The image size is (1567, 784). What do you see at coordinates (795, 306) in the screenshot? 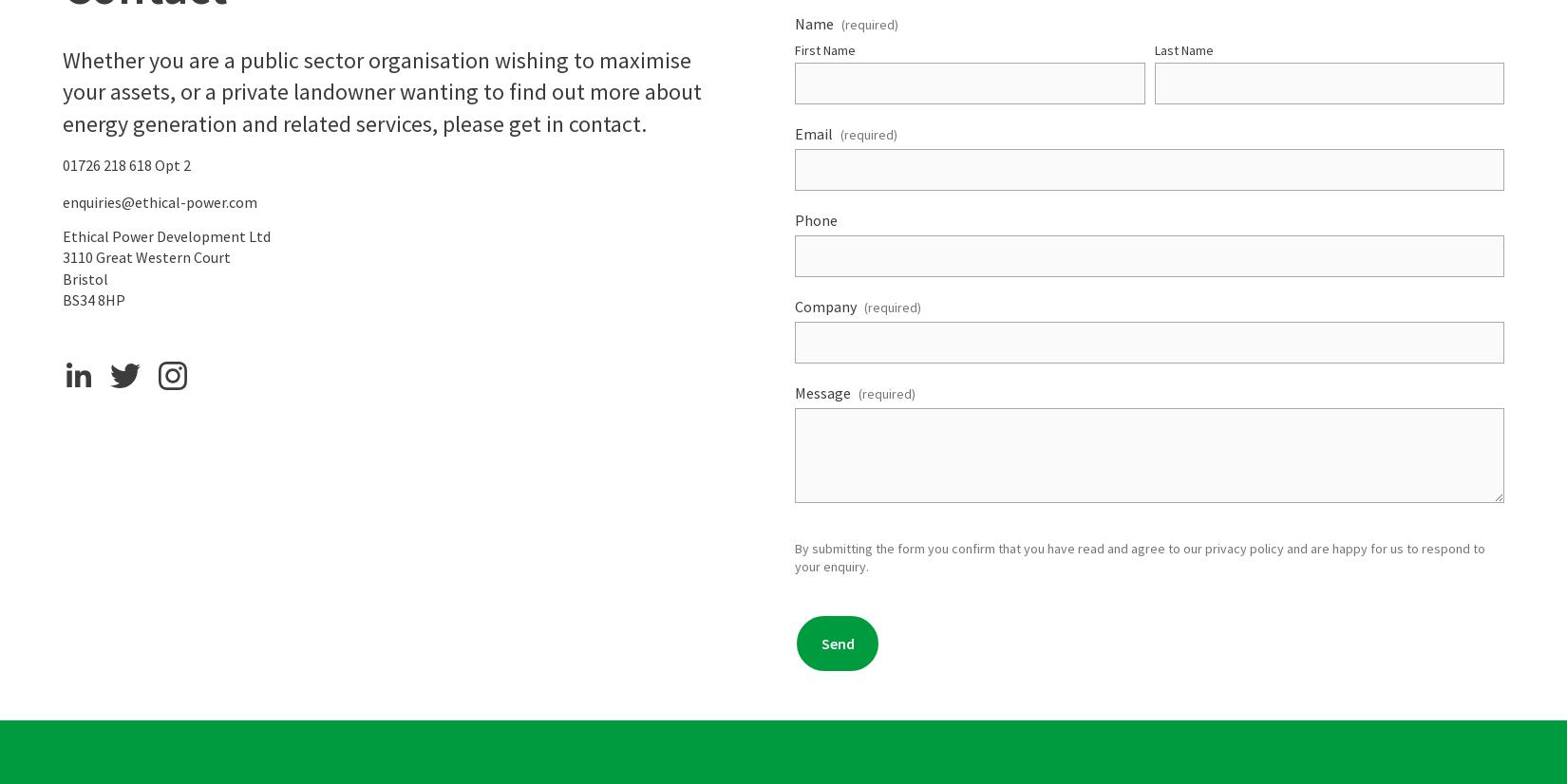
I see `'Company'` at bounding box center [795, 306].